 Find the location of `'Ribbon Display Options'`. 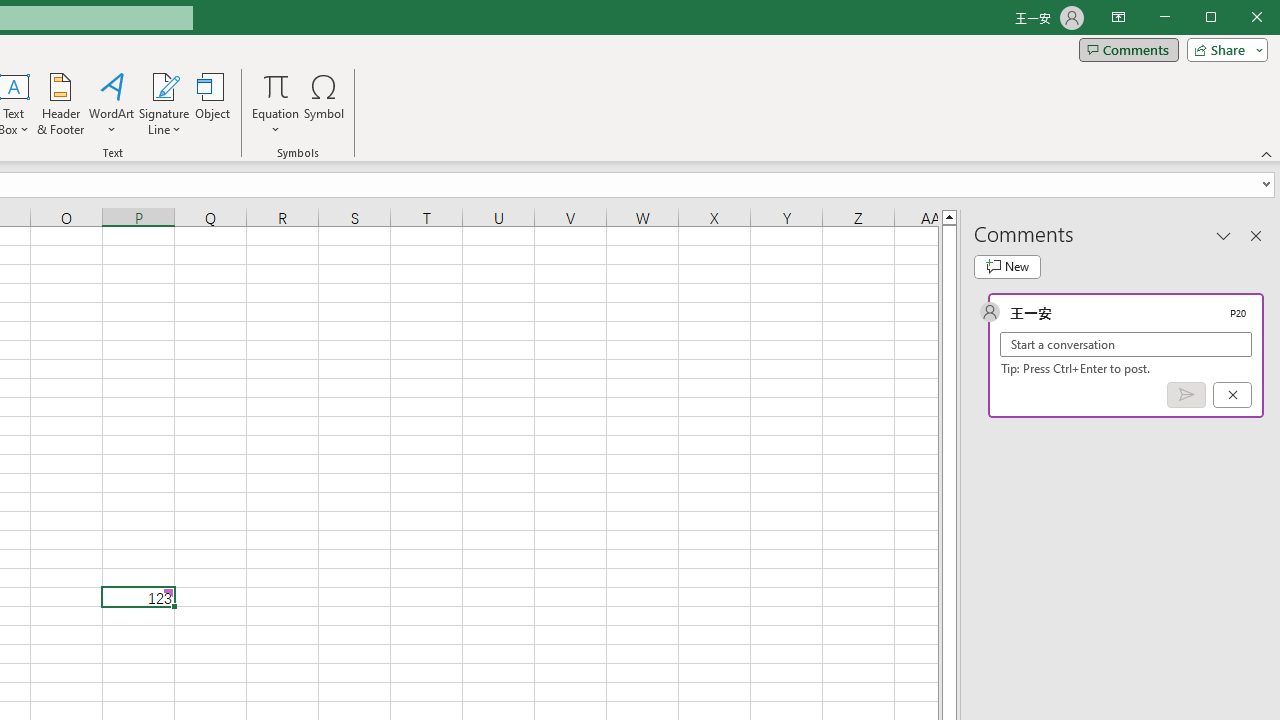

'Ribbon Display Options' is located at coordinates (1117, 18).